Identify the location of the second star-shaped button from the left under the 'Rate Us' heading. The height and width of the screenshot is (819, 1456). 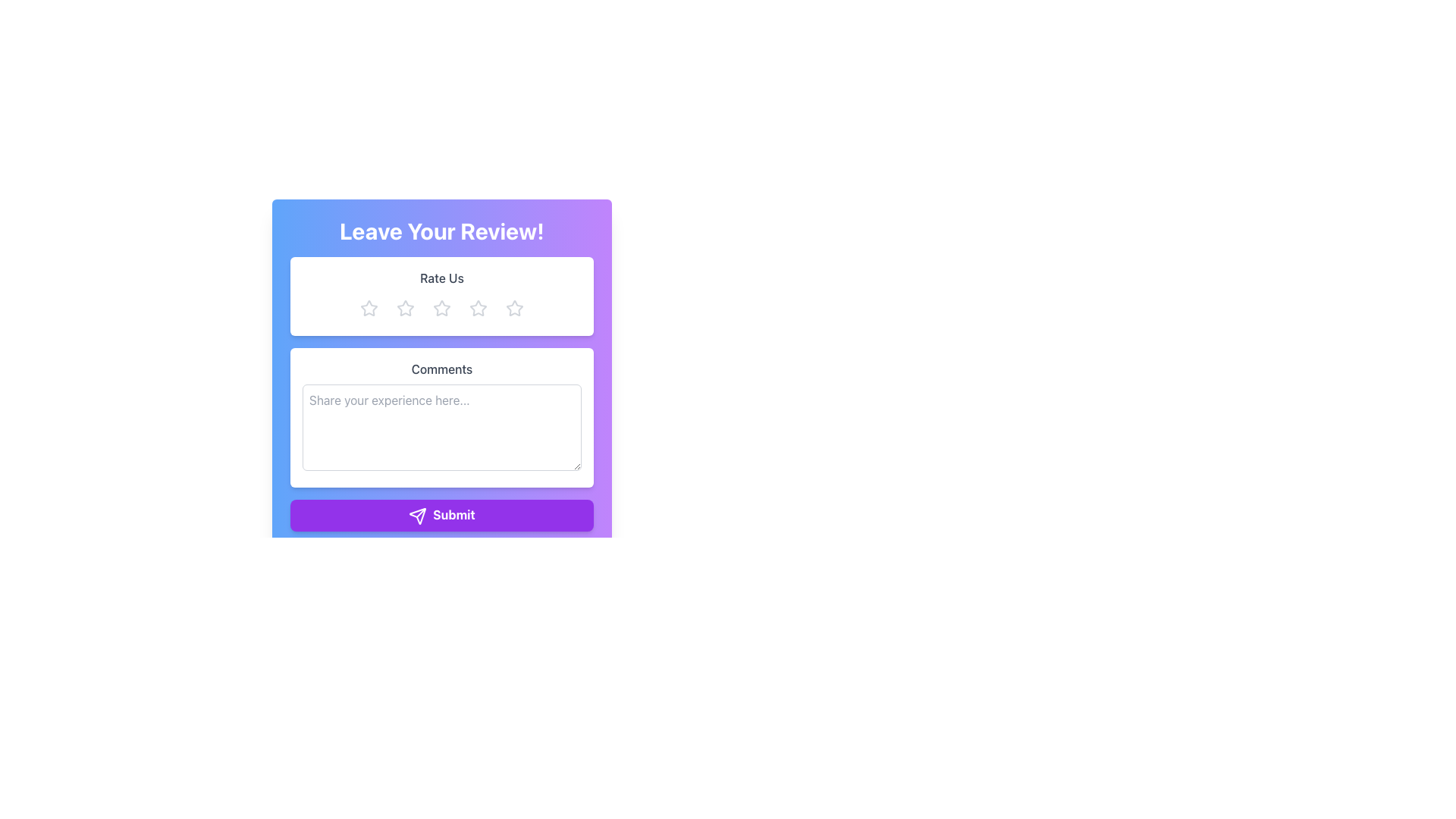
(405, 308).